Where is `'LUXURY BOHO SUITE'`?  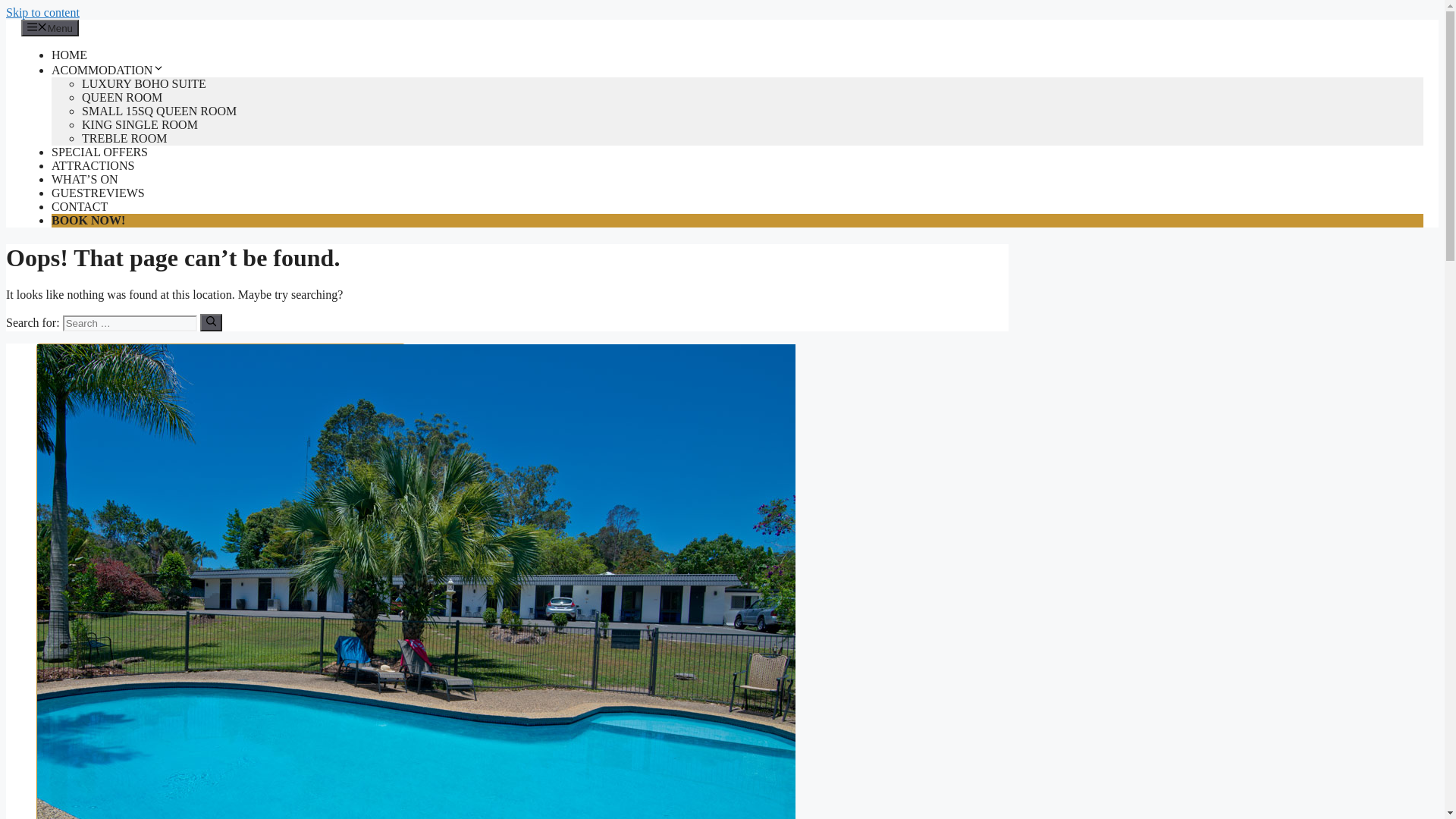
'LUXURY BOHO SUITE' is located at coordinates (144, 83).